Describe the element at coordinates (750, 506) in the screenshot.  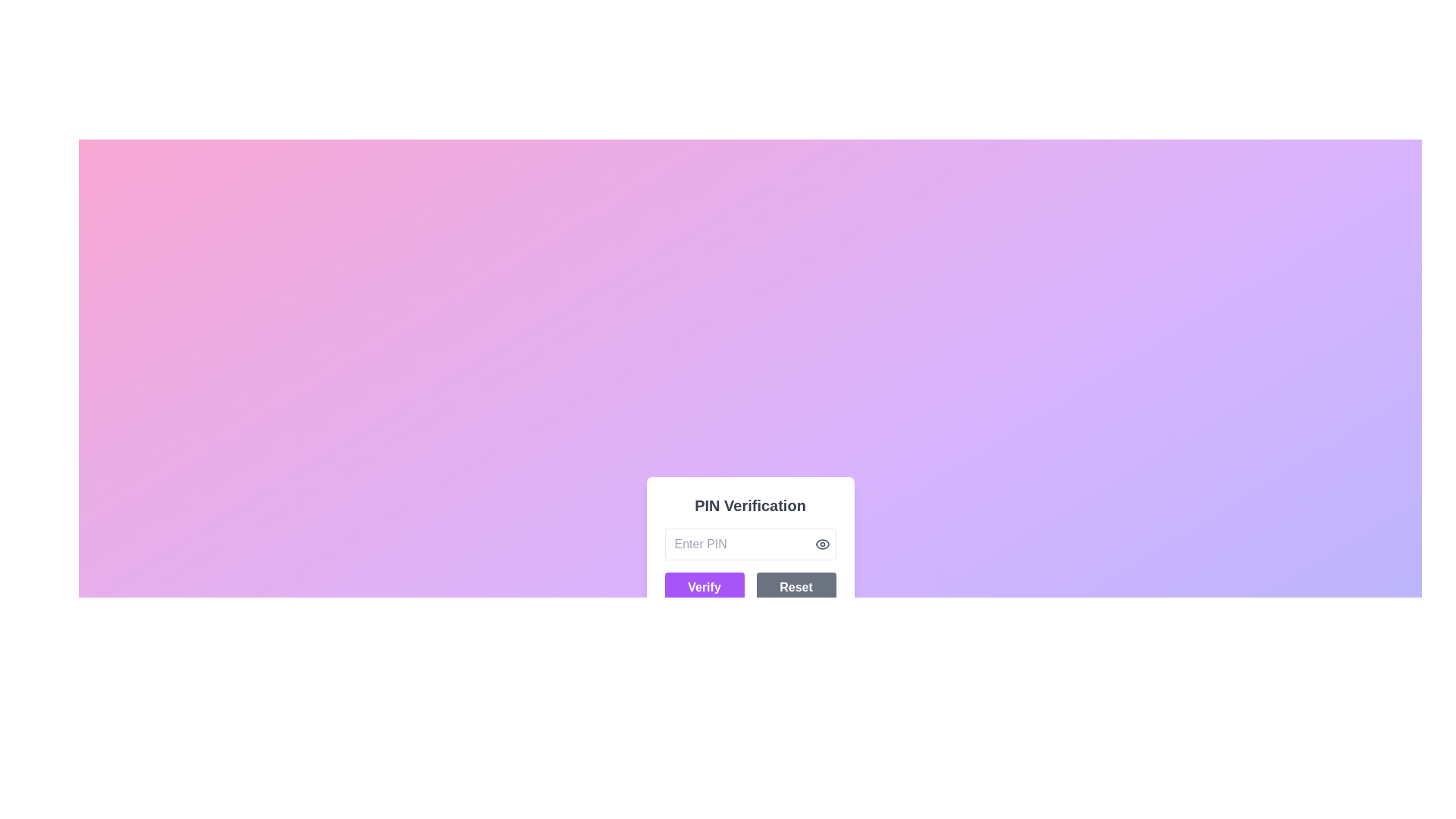
I see `the text heading reading 'PIN Verification', which is styled in bold gray color and centrally aligned at the top of the PIN verification input interface` at that location.